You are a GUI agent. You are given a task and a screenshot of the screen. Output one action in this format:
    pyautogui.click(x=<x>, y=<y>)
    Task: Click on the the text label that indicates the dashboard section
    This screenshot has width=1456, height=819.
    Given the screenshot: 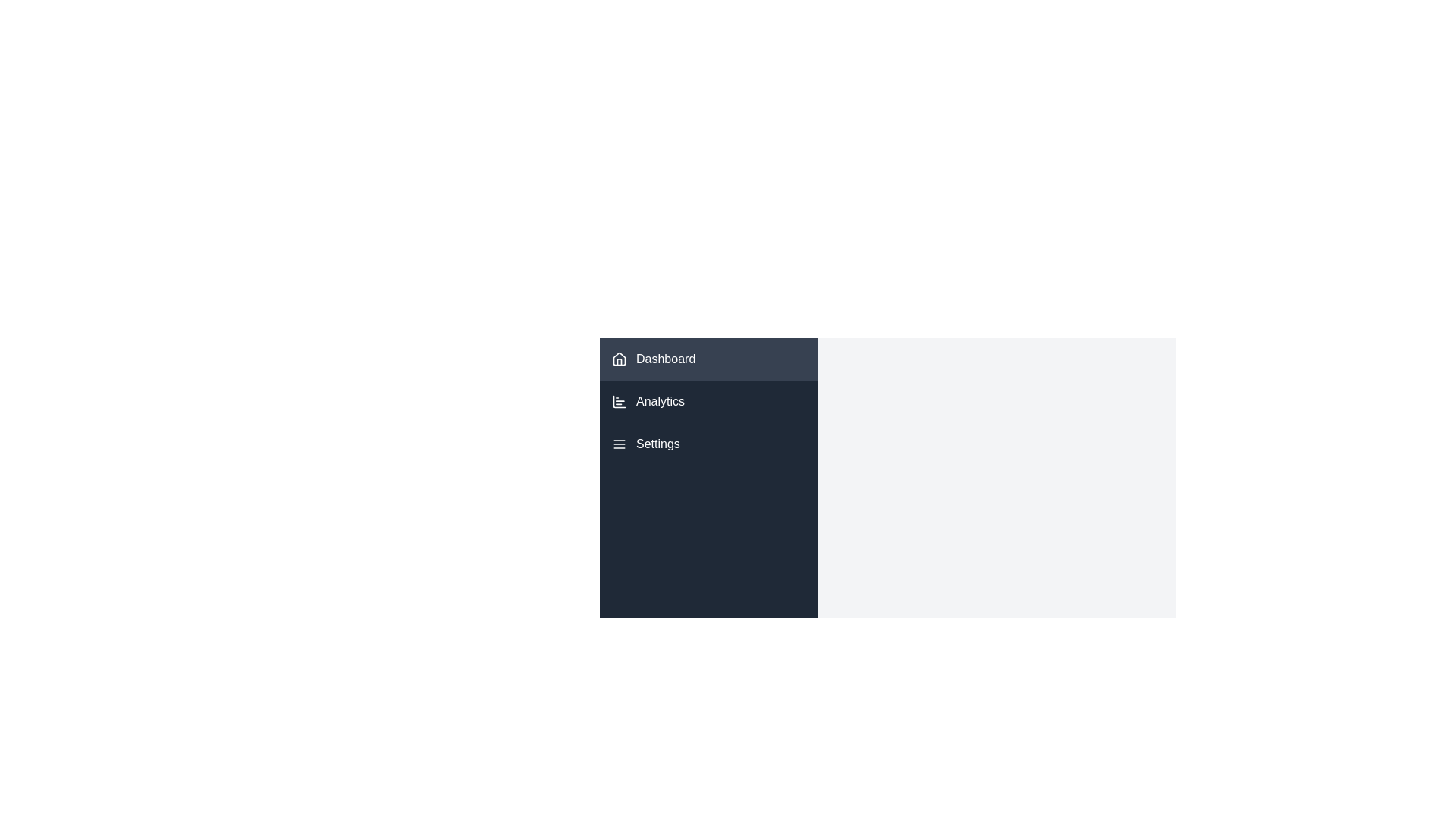 What is the action you would take?
    pyautogui.click(x=666, y=359)
    